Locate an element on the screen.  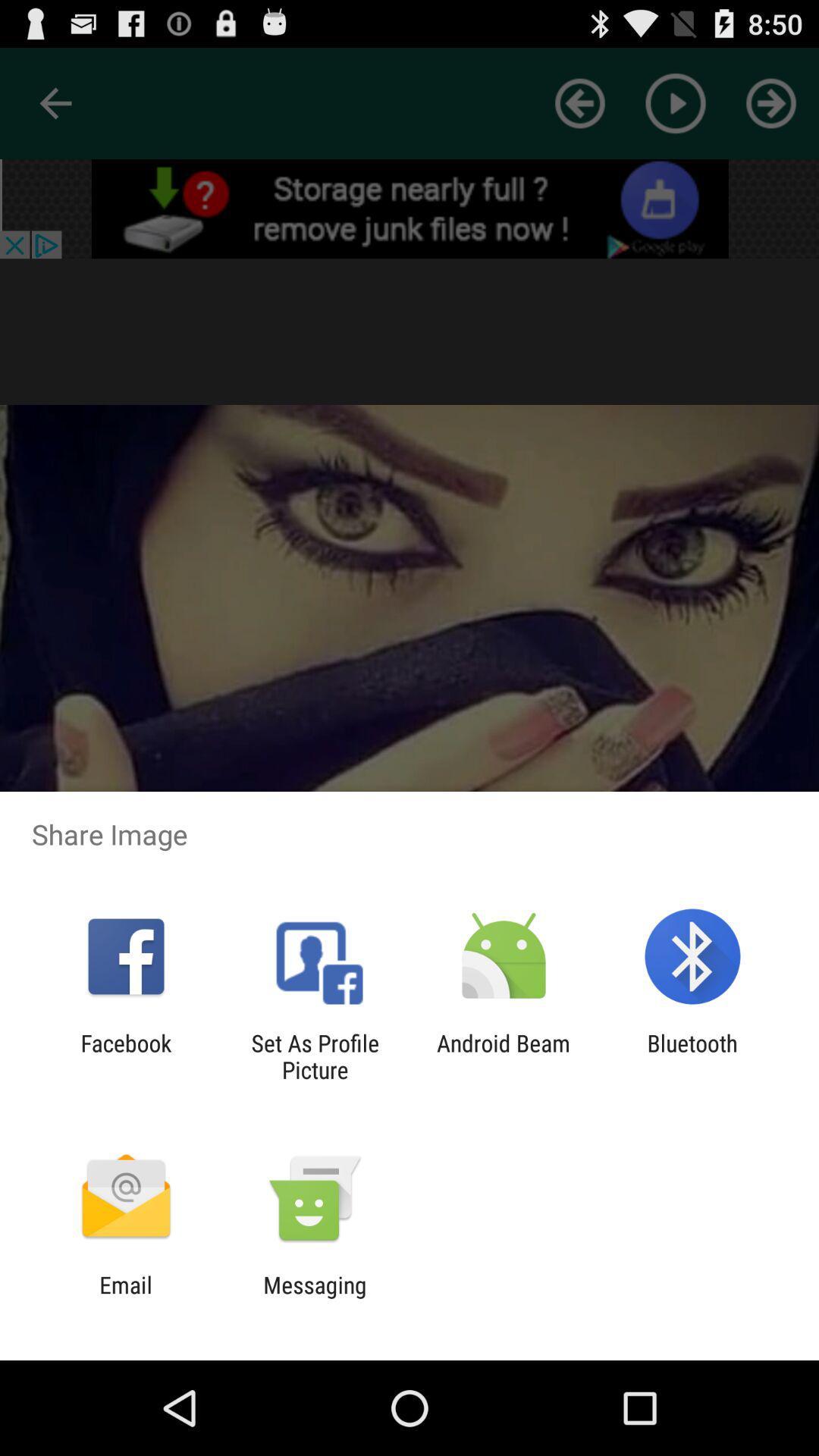
the app at the bottom right corner is located at coordinates (692, 1056).